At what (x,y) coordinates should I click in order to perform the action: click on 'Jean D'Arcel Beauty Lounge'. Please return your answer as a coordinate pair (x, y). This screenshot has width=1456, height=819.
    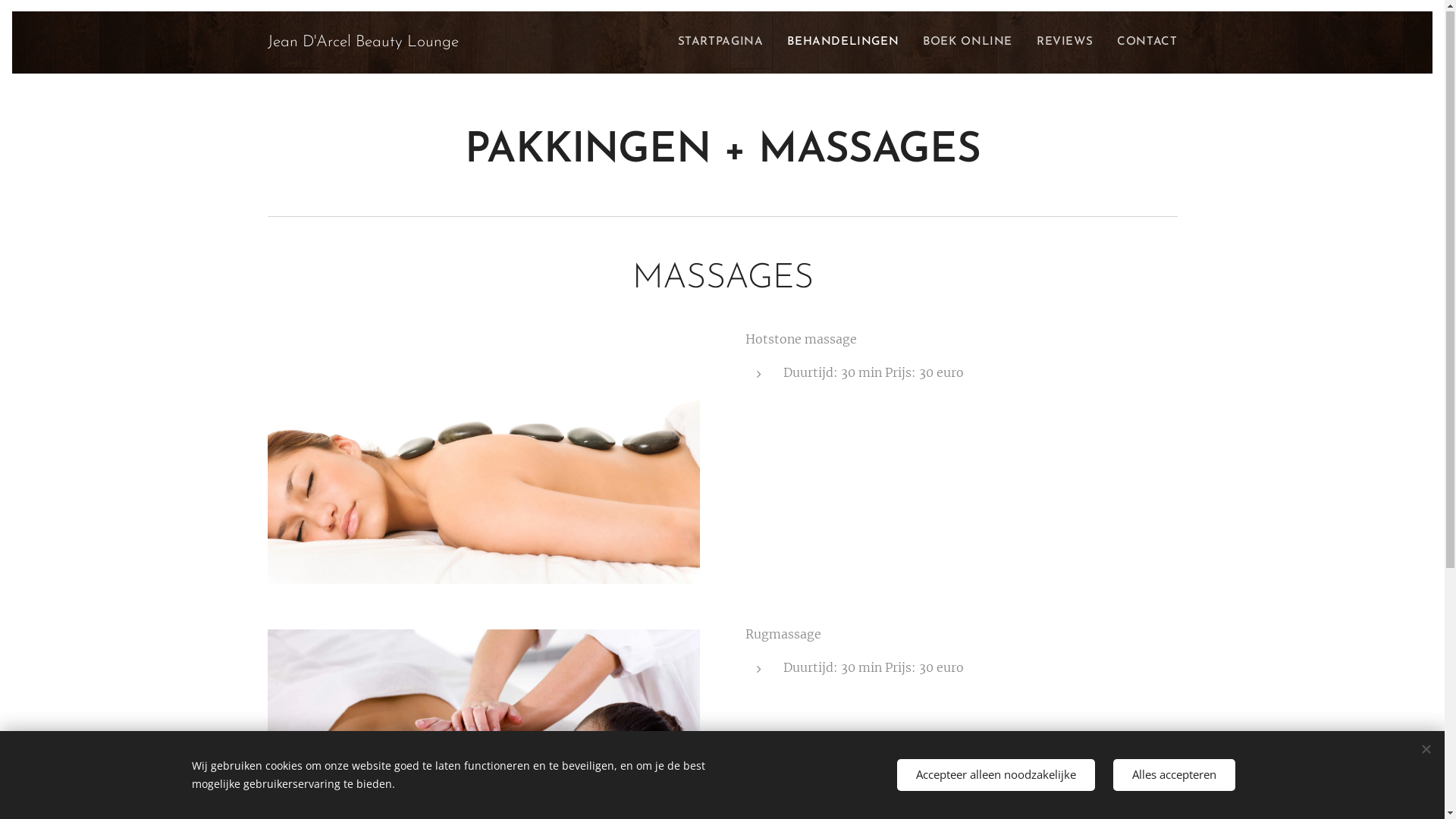
    Looking at the image, I should click on (362, 42).